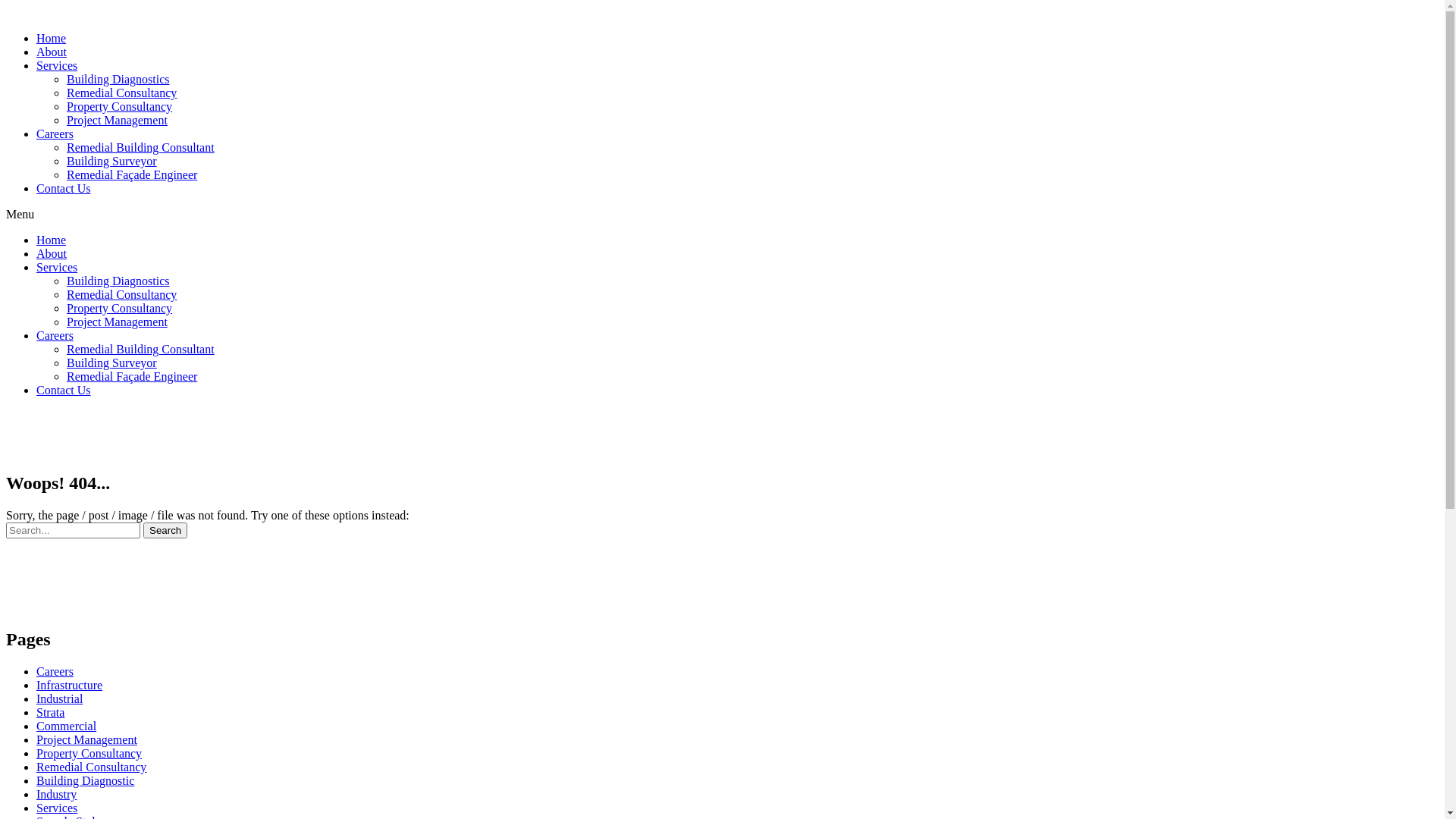 The width and height of the screenshot is (1456, 819). What do you see at coordinates (111, 362) in the screenshot?
I see `'Building Surveyor'` at bounding box center [111, 362].